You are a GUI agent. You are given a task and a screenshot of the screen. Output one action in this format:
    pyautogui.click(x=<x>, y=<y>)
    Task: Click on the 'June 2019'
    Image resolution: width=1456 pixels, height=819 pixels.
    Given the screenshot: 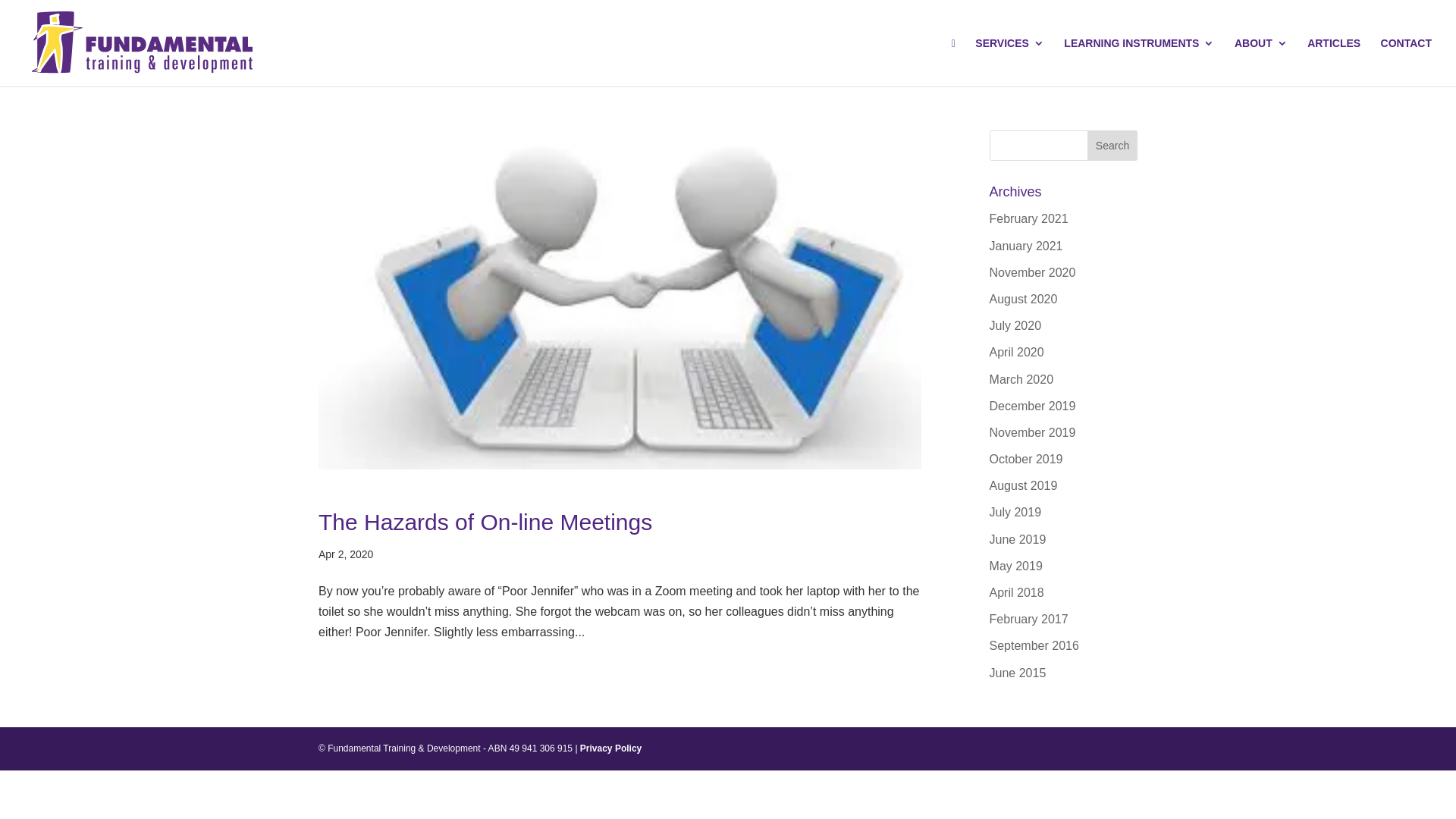 What is the action you would take?
    pyautogui.click(x=1018, y=538)
    